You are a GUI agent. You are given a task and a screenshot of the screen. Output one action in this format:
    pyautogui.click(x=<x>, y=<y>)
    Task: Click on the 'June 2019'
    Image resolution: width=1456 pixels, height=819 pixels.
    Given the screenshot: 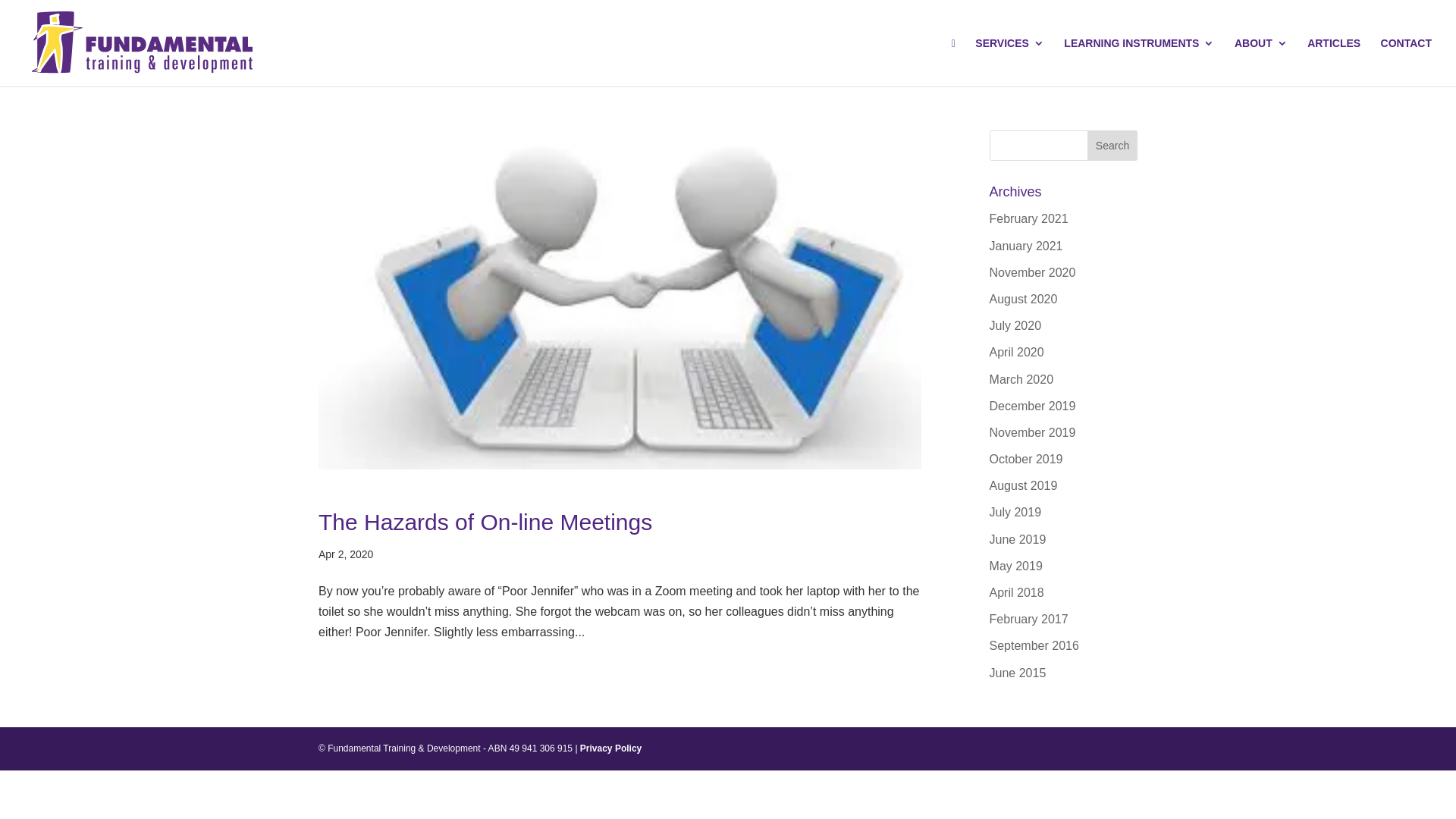 What is the action you would take?
    pyautogui.click(x=1018, y=538)
    